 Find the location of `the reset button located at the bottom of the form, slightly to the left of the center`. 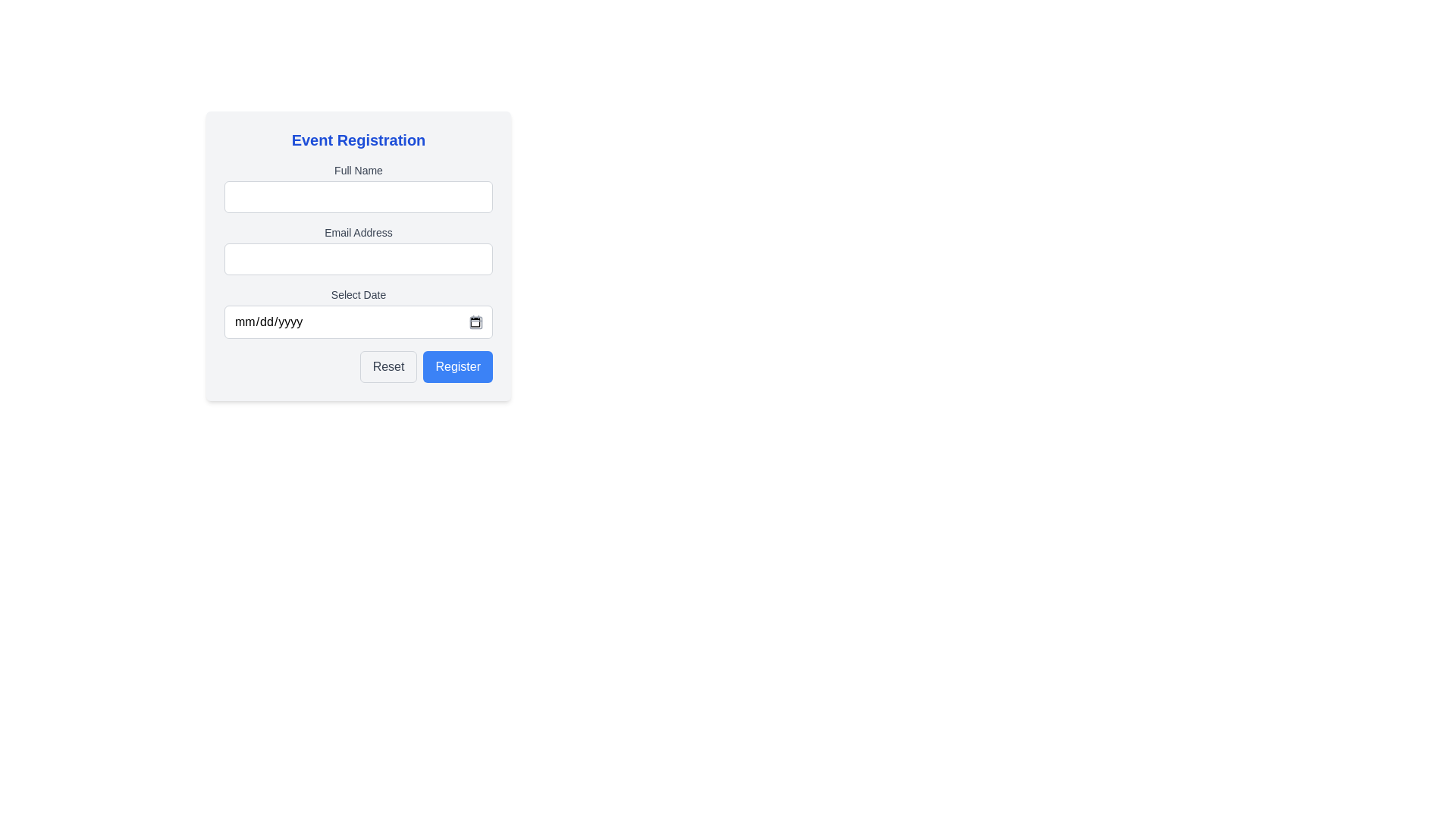

the reset button located at the bottom of the form, slightly to the left of the center is located at coordinates (388, 366).